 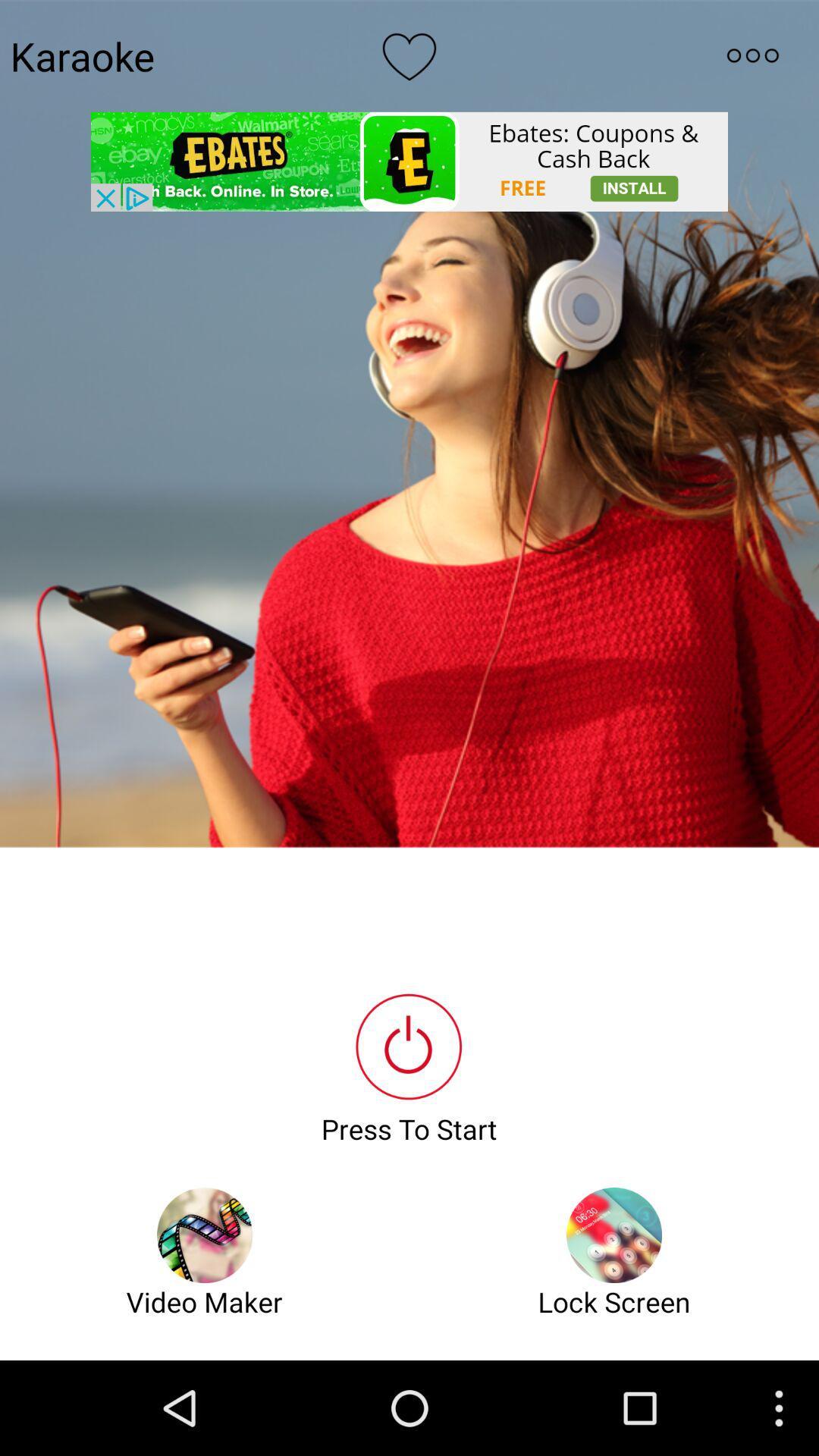 What do you see at coordinates (409, 59) in the screenshot?
I see `the favorite icon` at bounding box center [409, 59].